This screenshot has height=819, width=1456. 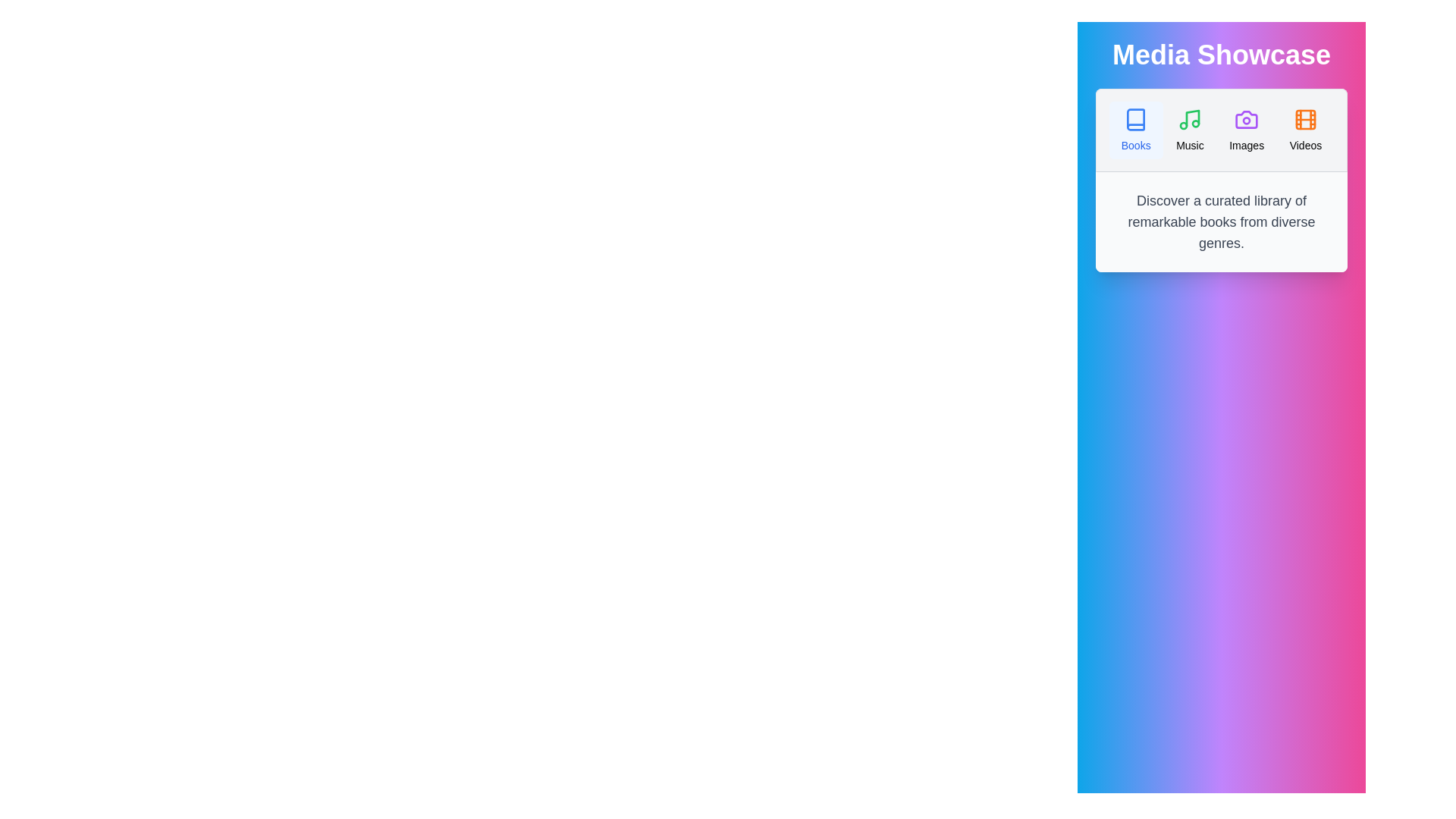 I want to click on the media category Images by clicking its icon, so click(x=1246, y=130).